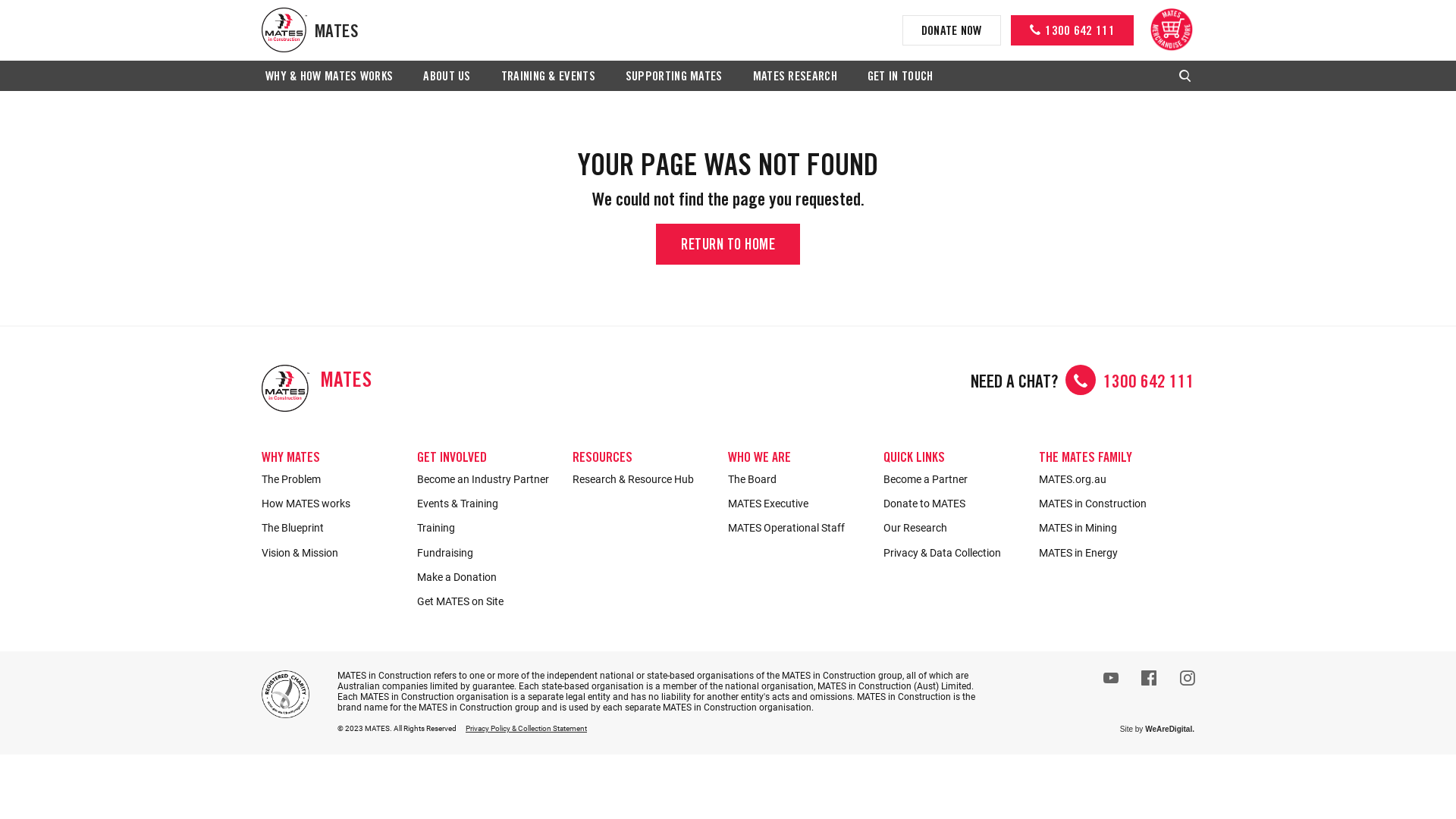 The width and height of the screenshot is (1456, 819). What do you see at coordinates (749, 77) in the screenshot?
I see `'MATES RESEARCH'` at bounding box center [749, 77].